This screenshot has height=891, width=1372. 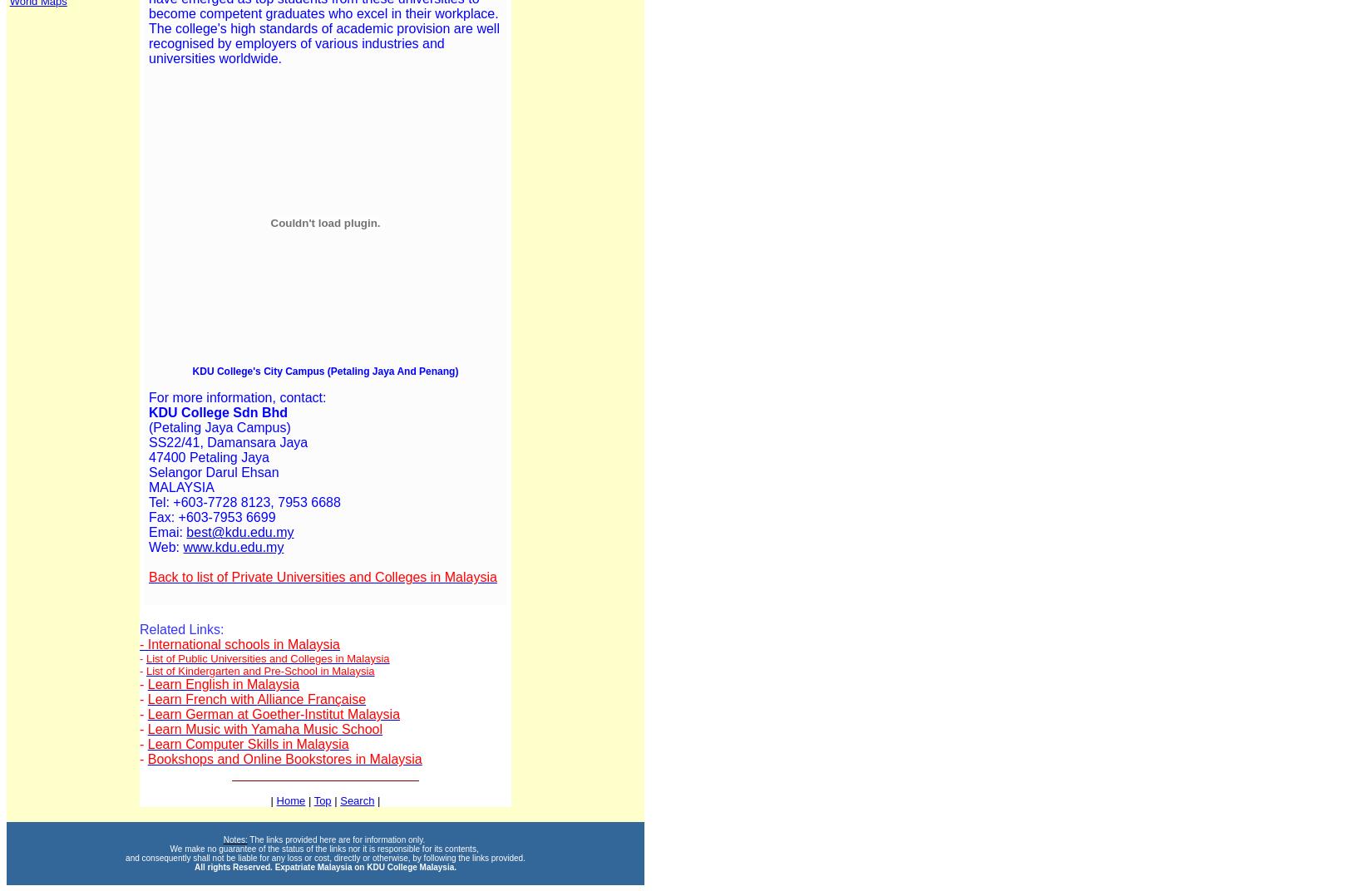 What do you see at coordinates (220, 427) in the screenshot?
I see `'(Petaling Jaya Campus)'` at bounding box center [220, 427].